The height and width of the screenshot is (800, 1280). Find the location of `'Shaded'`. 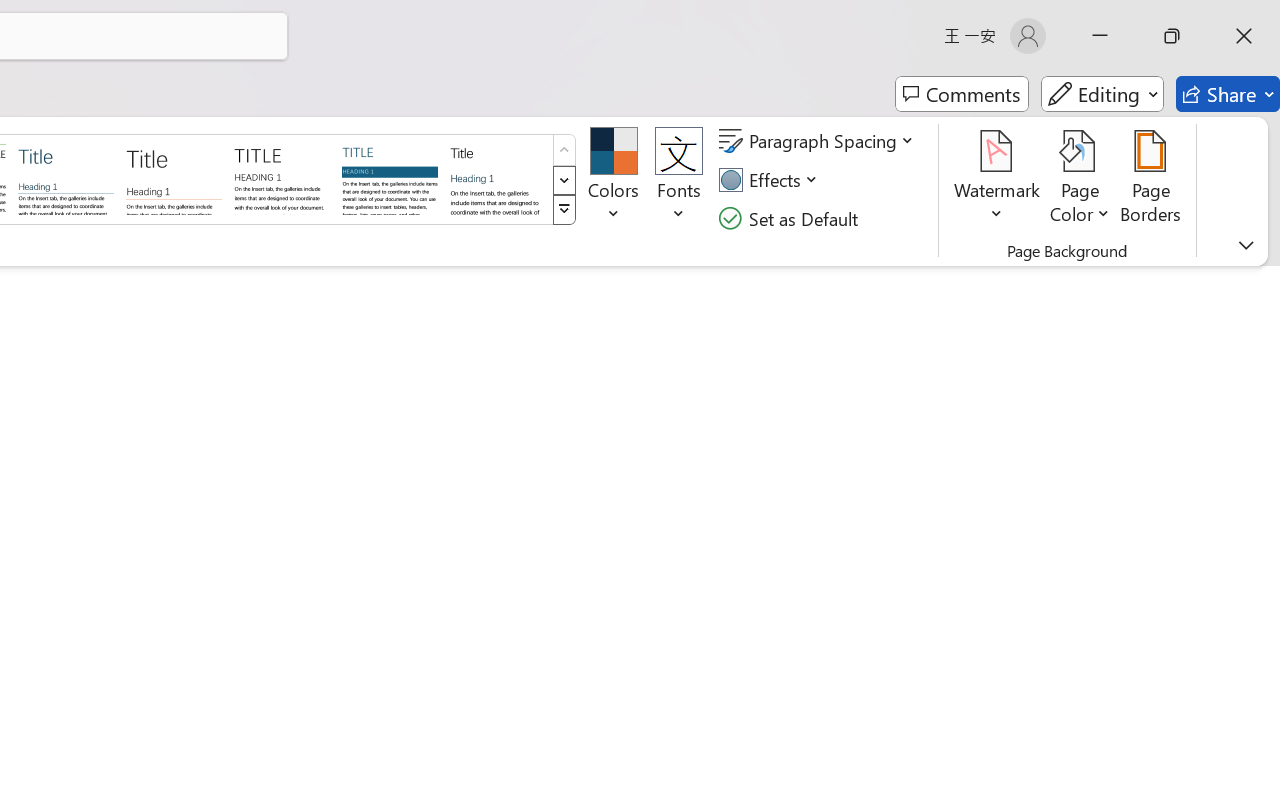

'Shaded' is located at coordinates (389, 177).